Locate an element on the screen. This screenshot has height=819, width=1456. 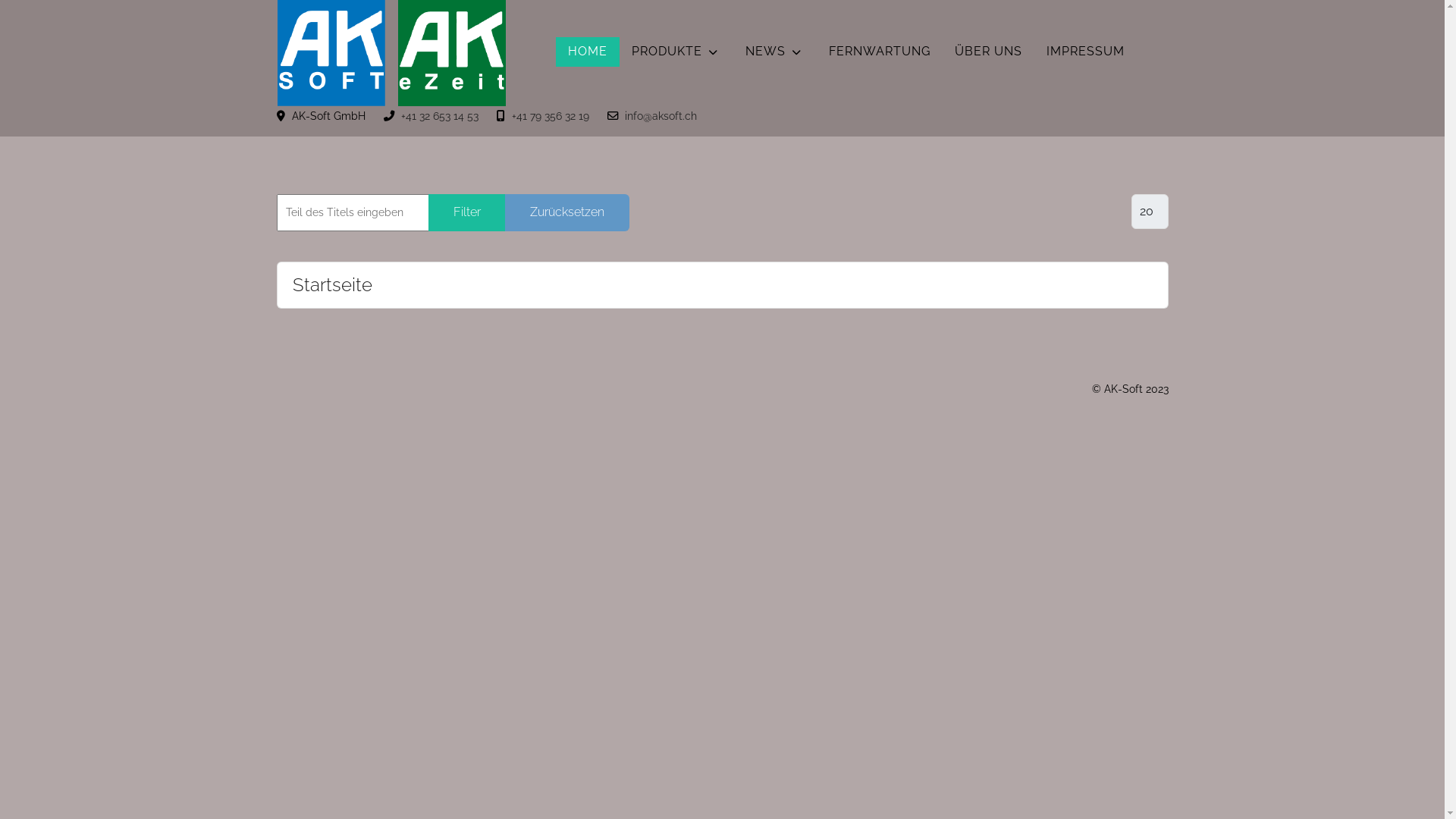
'FERNWARTUNG' is located at coordinates (878, 51).